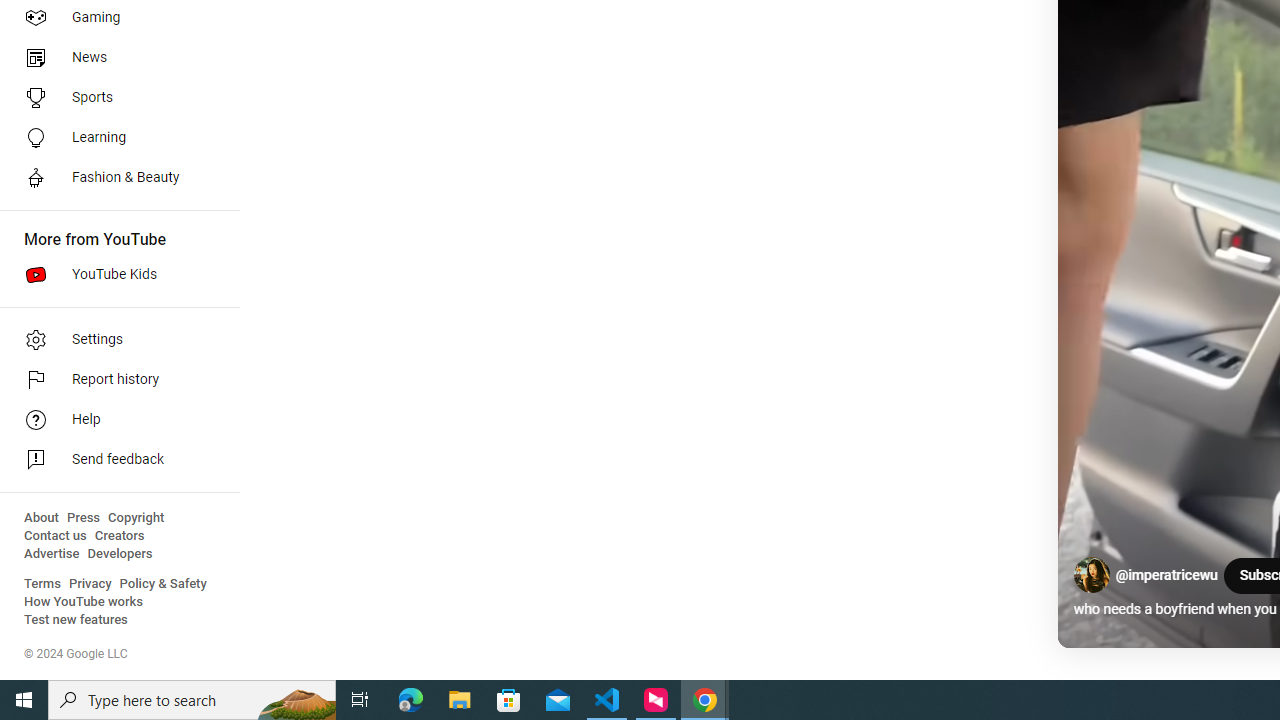 Image resolution: width=1280 pixels, height=720 pixels. I want to click on 'How YouTube works', so click(82, 601).